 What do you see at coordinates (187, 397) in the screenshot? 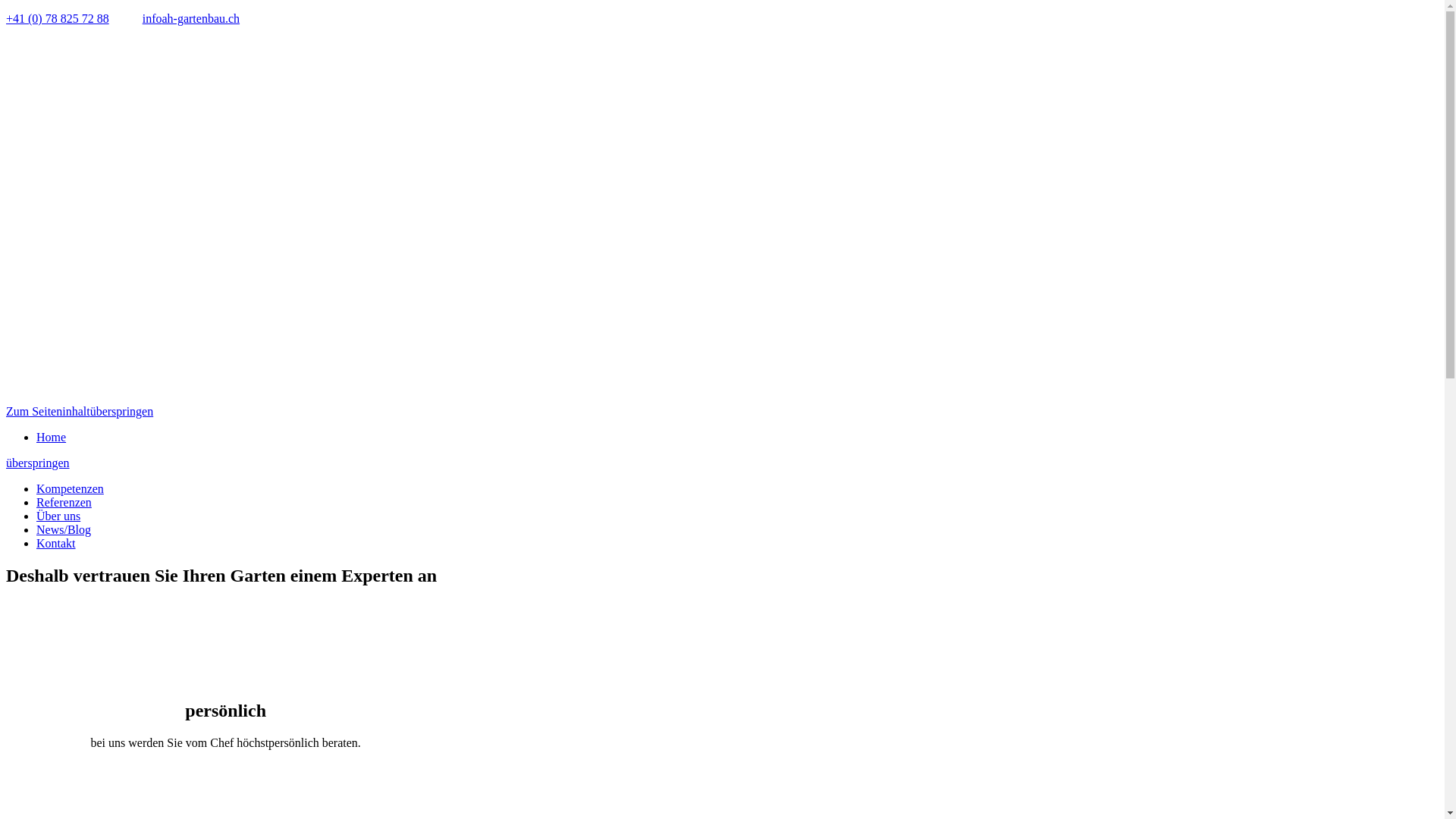
I see `'AH Gartenbau'` at bounding box center [187, 397].